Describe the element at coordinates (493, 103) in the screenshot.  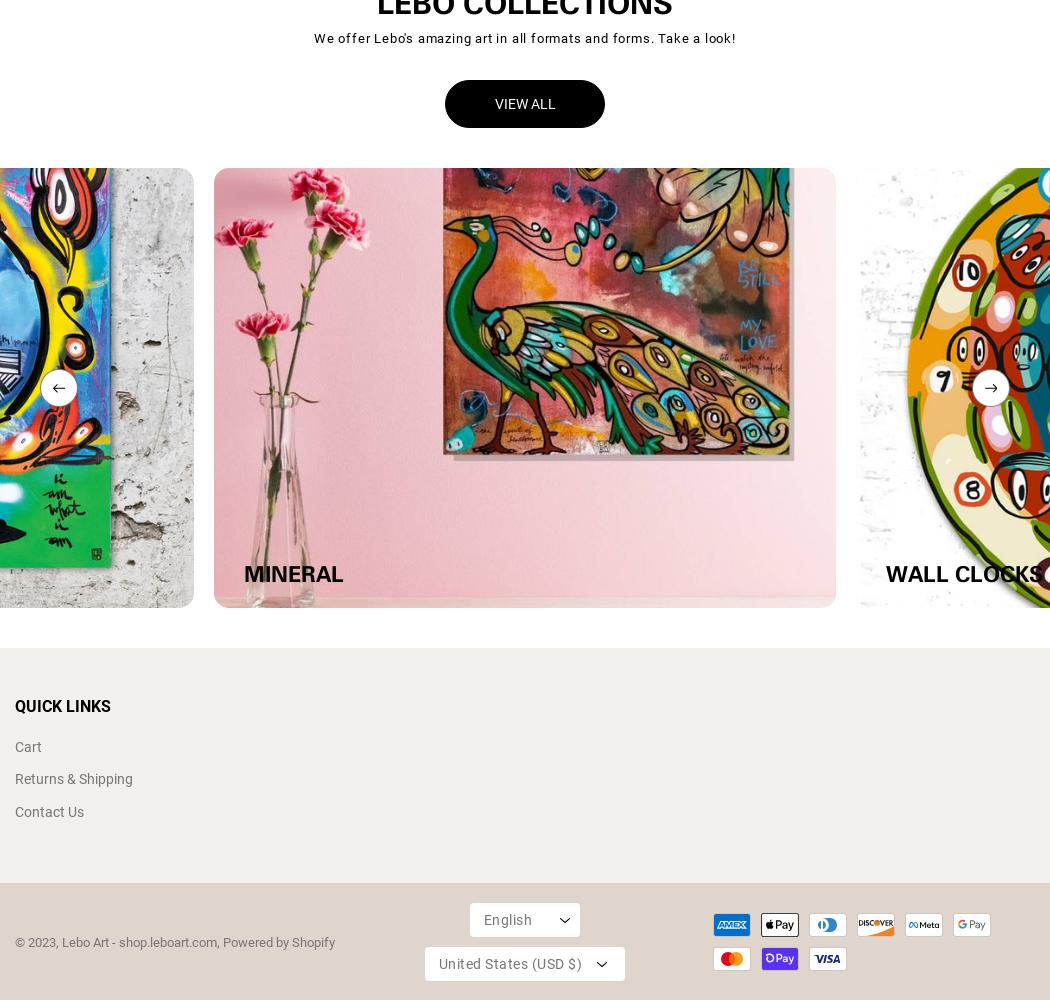
I see `'View All'` at that location.